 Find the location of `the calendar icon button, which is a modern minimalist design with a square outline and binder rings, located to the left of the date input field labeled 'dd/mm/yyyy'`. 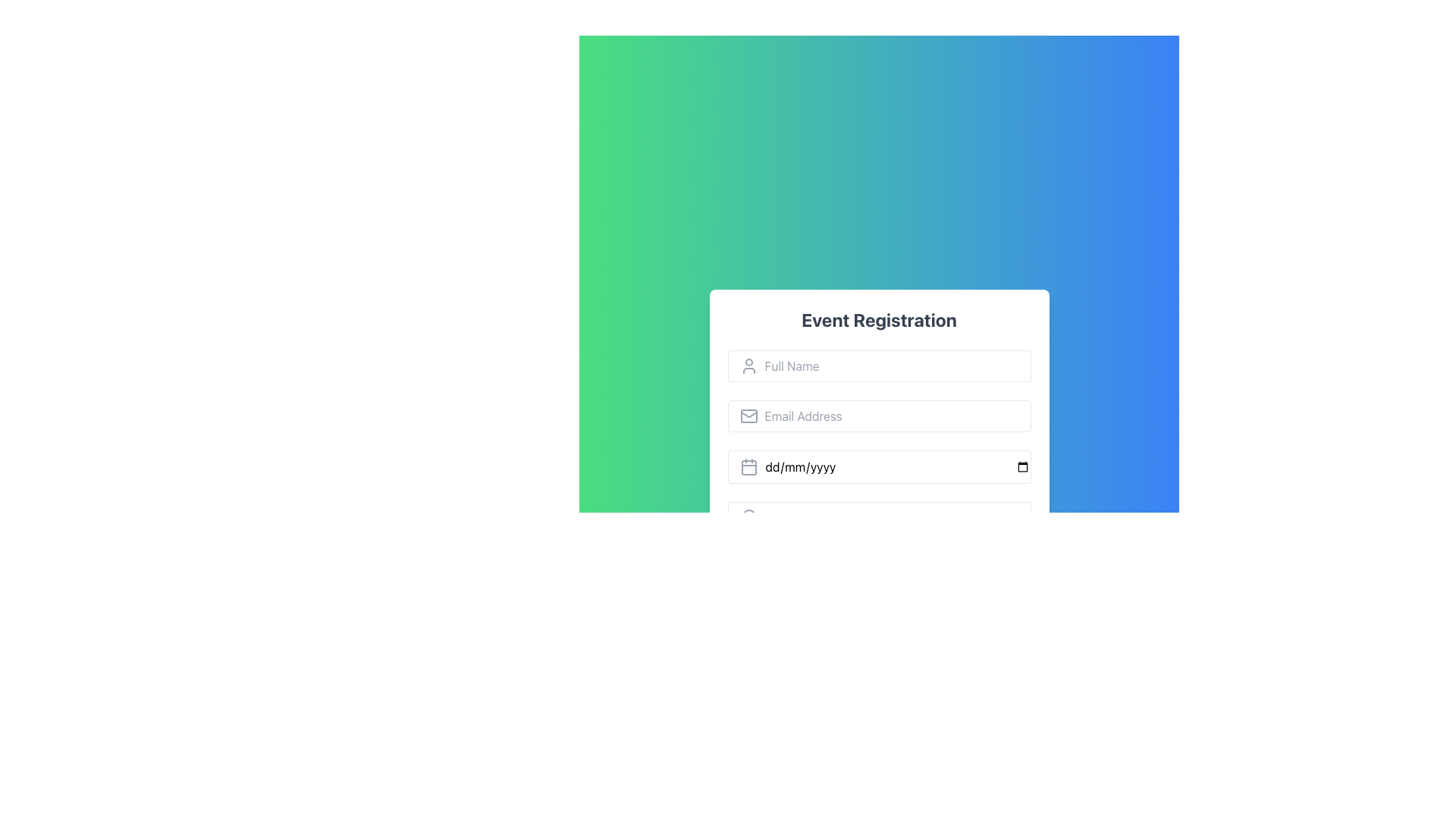

the calendar icon button, which is a modern minimalist design with a square outline and binder rings, located to the left of the date input field labeled 'dd/mm/yyyy' is located at coordinates (748, 466).